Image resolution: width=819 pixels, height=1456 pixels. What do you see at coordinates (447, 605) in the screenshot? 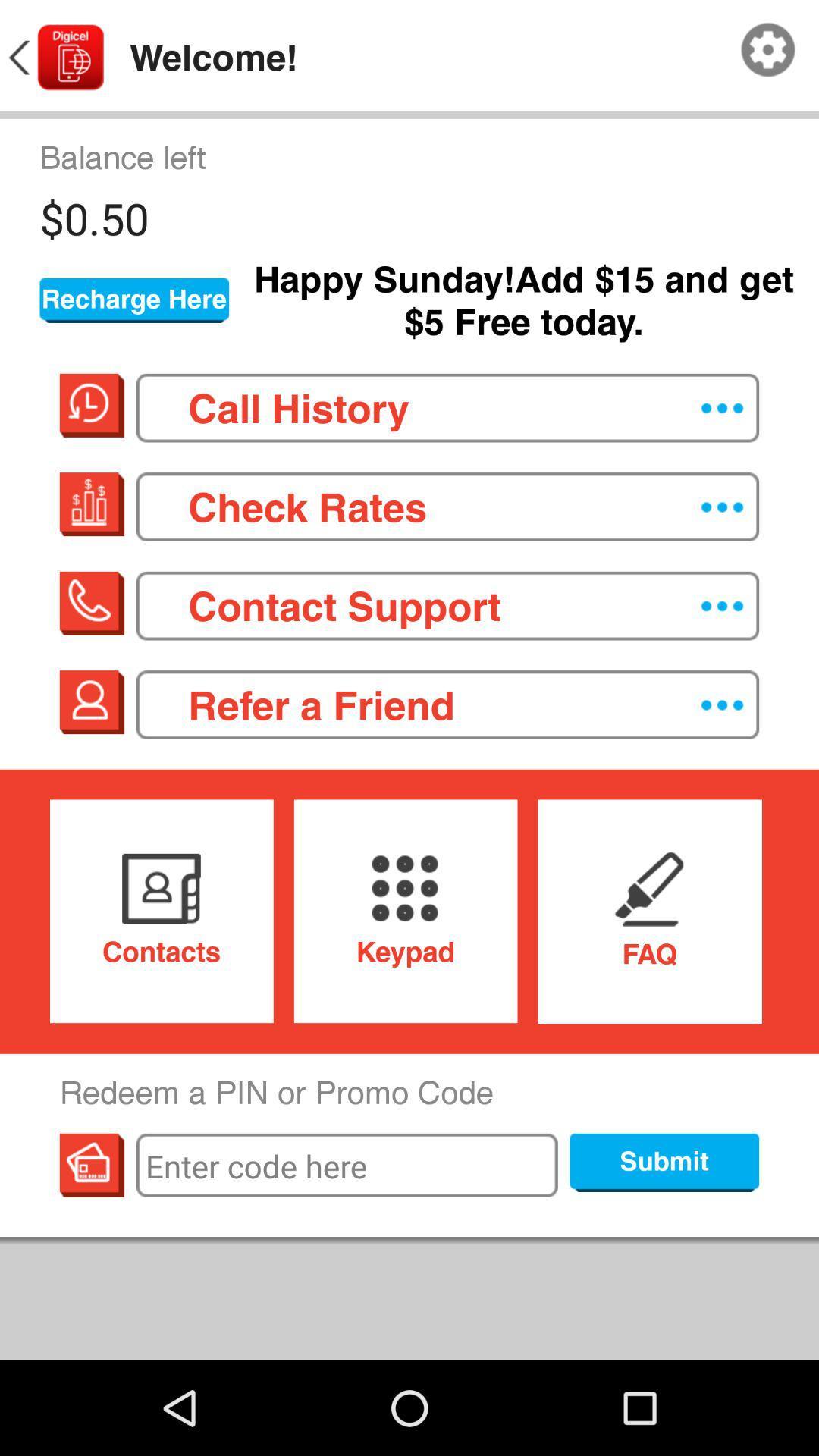
I see `icon below check rates icon` at bounding box center [447, 605].